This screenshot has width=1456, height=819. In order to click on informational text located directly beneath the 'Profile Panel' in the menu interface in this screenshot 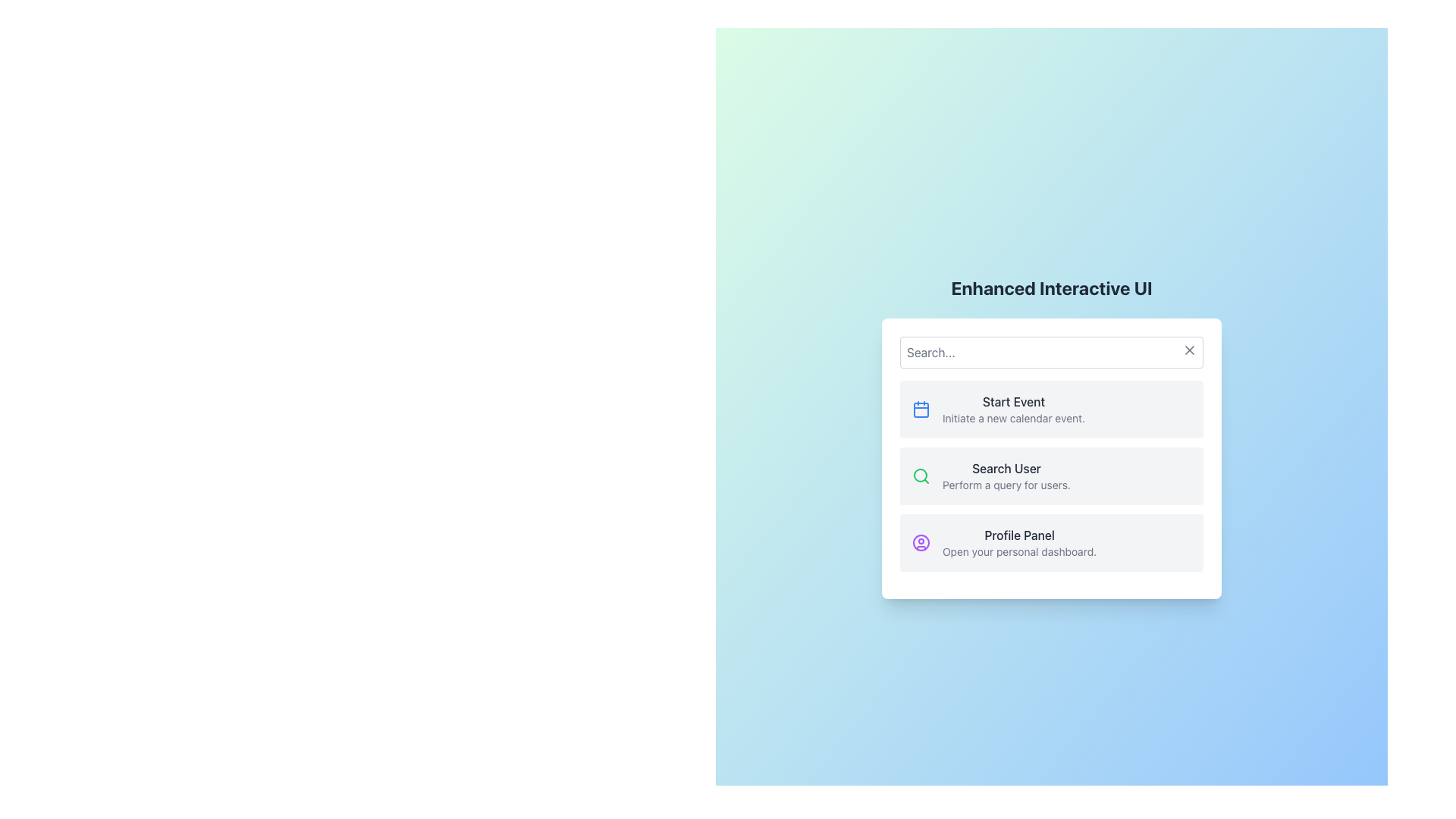, I will do `click(1019, 552)`.